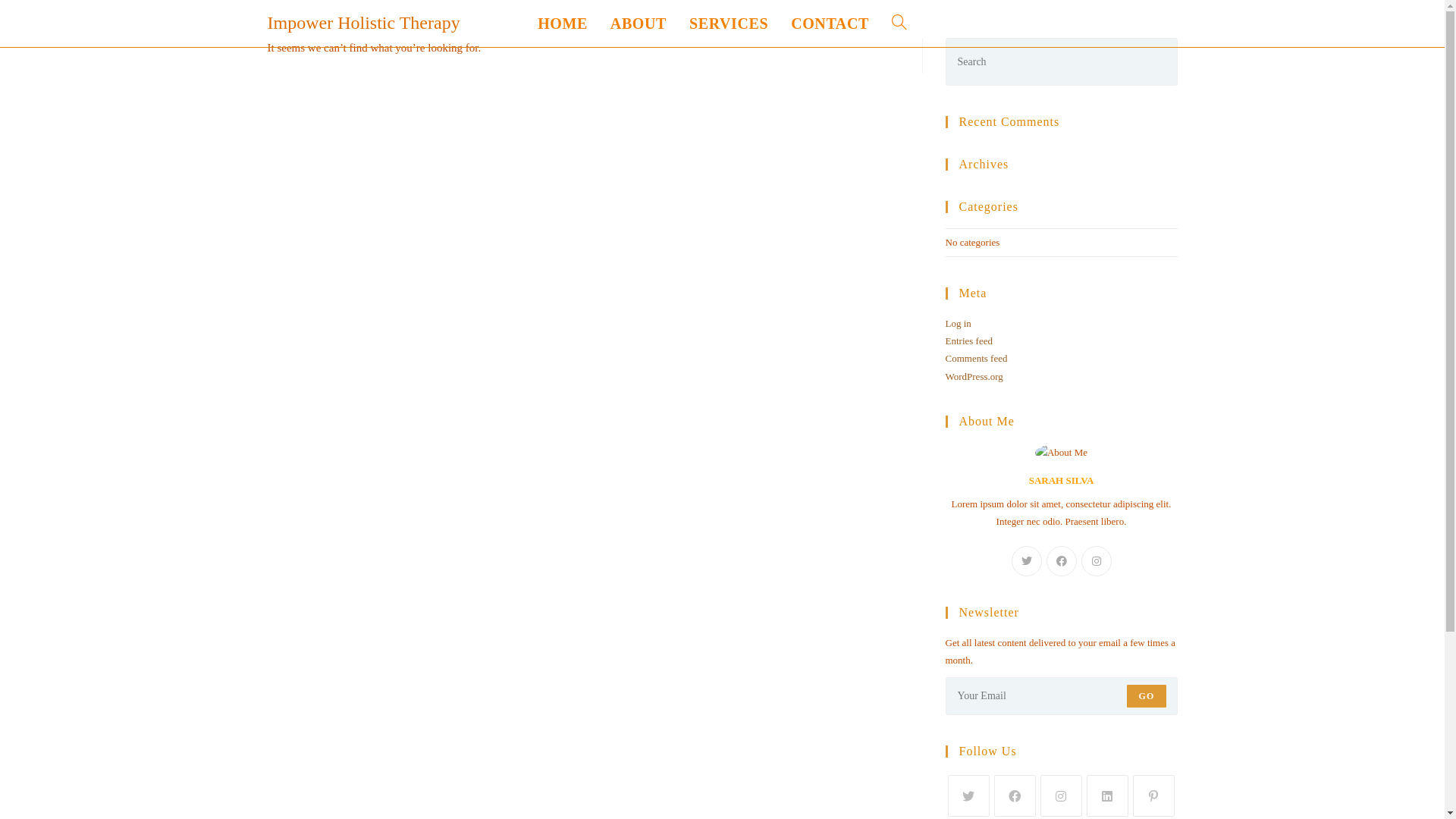  What do you see at coordinates (956, 322) in the screenshot?
I see `'Log in'` at bounding box center [956, 322].